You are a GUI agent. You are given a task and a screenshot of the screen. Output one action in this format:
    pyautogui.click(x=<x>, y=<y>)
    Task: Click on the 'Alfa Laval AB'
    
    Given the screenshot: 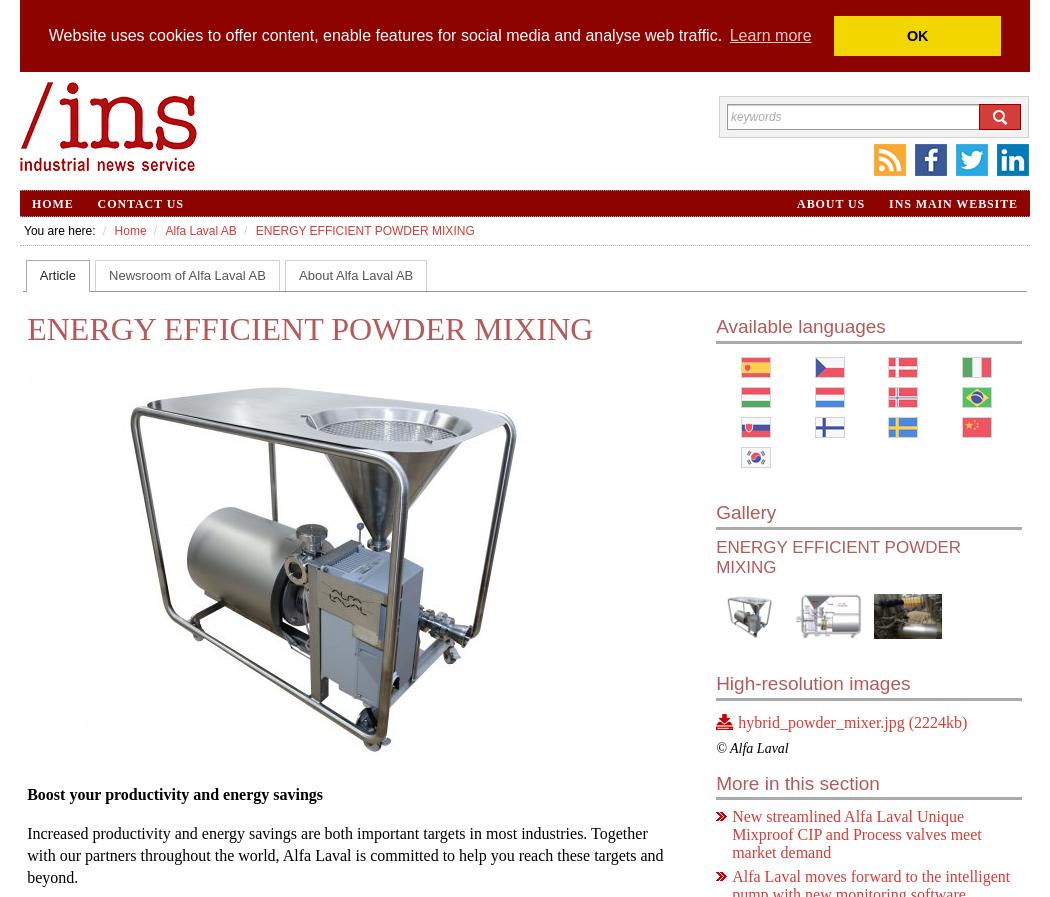 What is the action you would take?
    pyautogui.click(x=164, y=229)
    